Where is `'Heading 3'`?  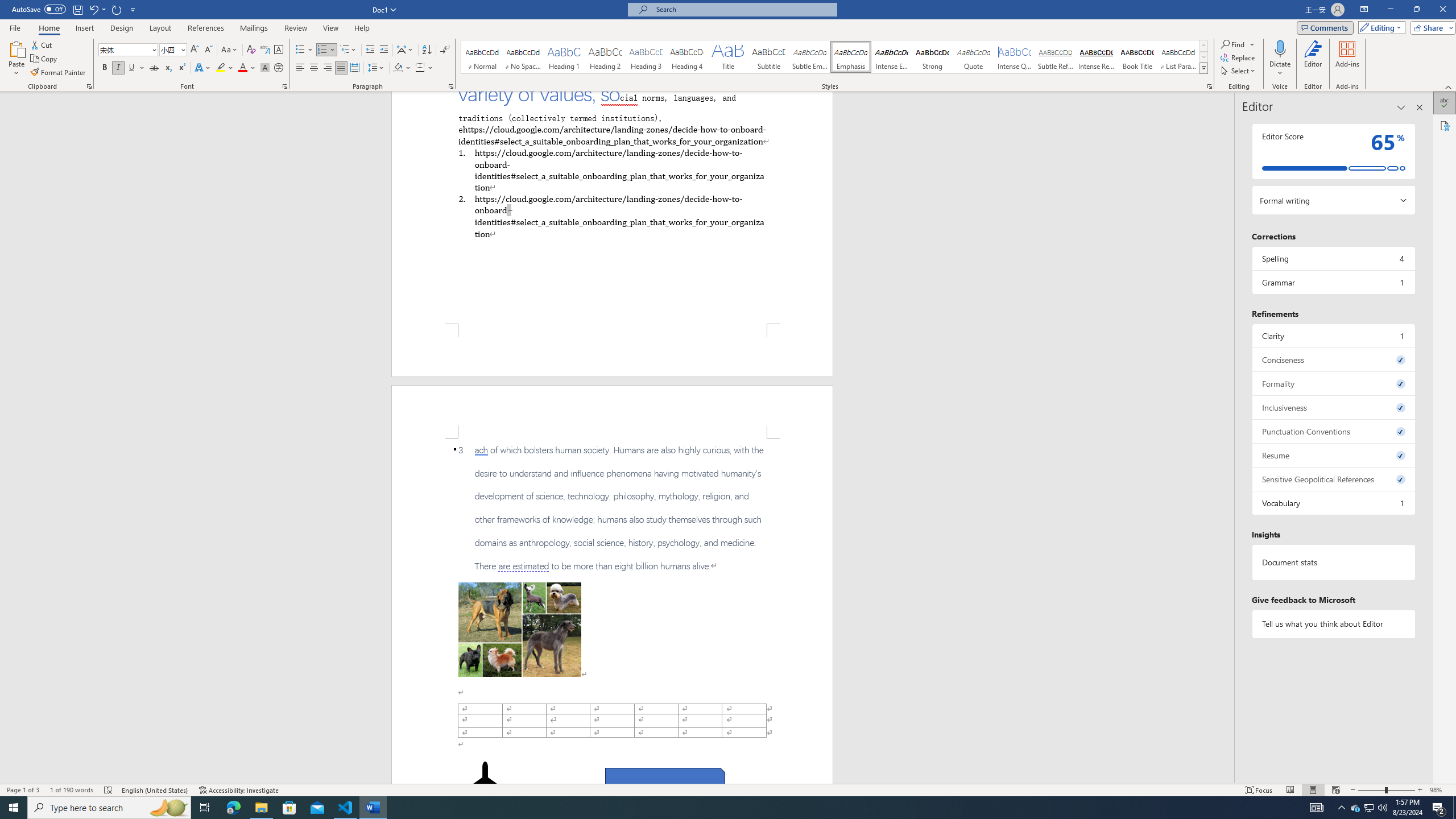
'Heading 3' is located at coordinates (646, 56).